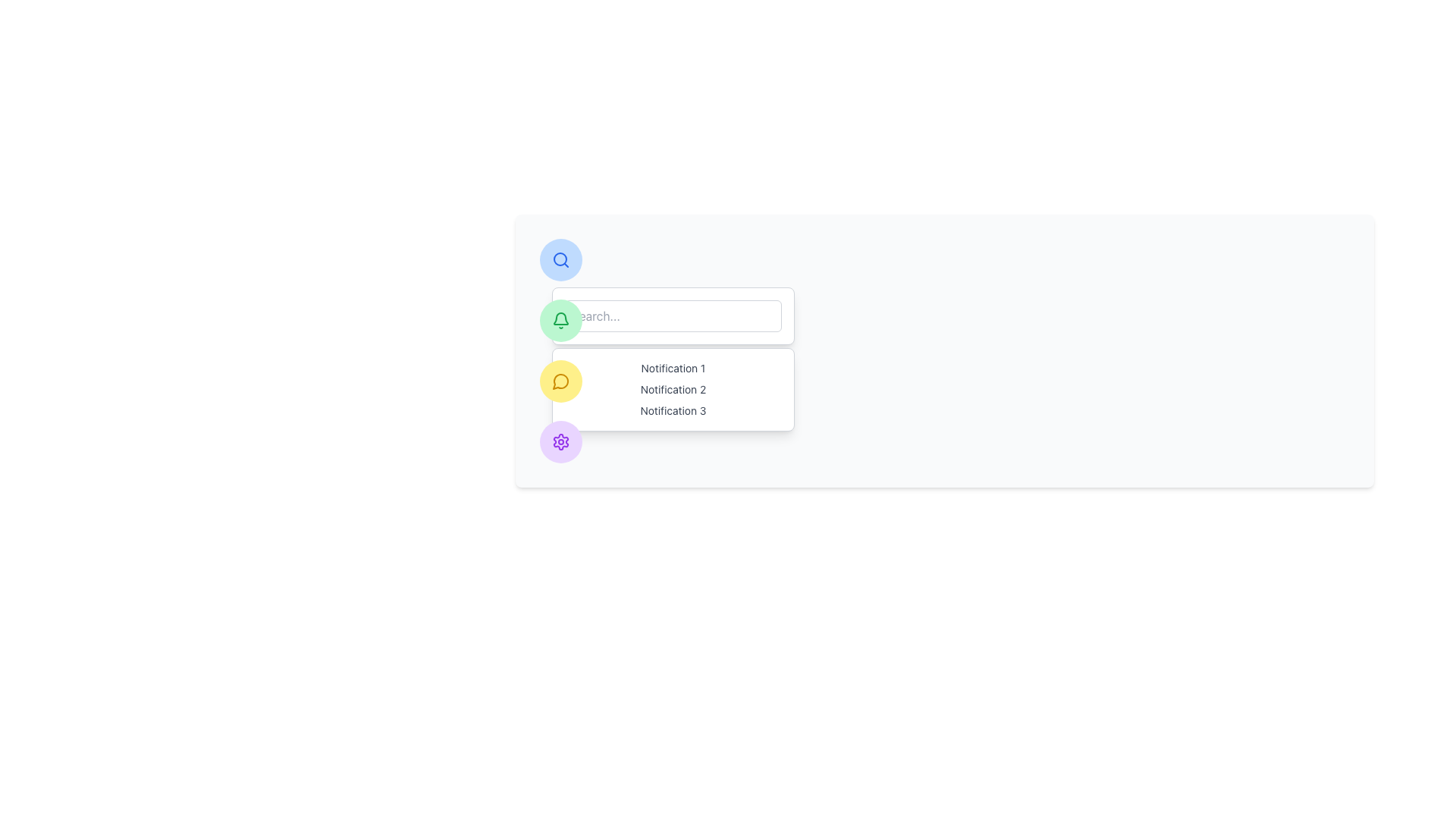  I want to click on the notification icon button located to the left of the search input field, so click(560, 320).